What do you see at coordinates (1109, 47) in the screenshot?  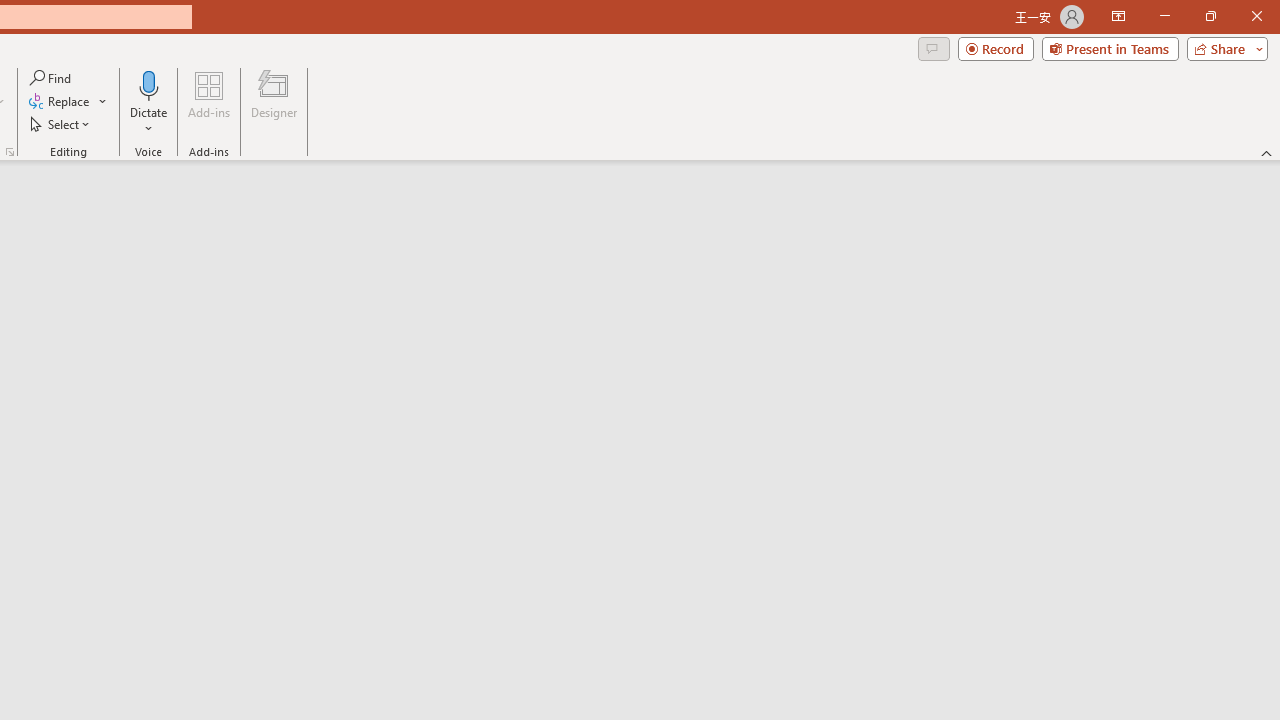 I see `'Present in Teams'` at bounding box center [1109, 47].